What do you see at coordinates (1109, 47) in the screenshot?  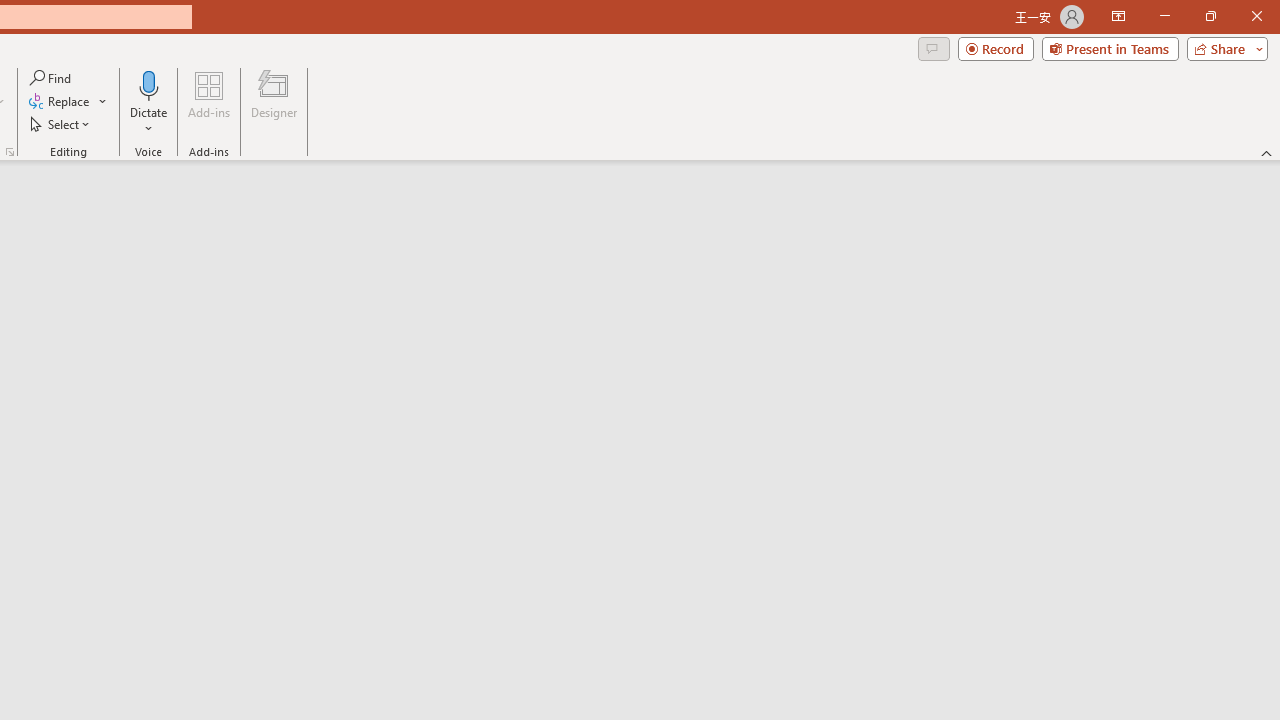 I see `'Present in Teams'` at bounding box center [1109, 47].